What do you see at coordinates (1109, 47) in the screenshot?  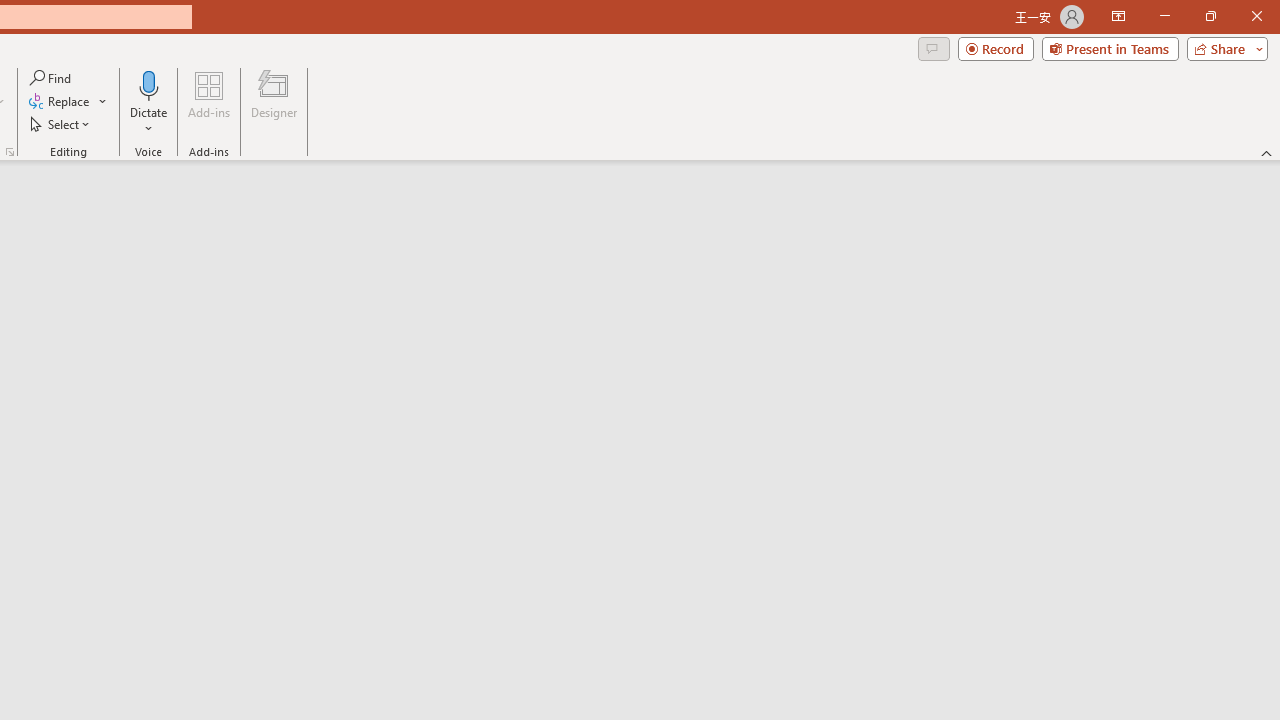 I see `'Present in Teams'` at bounding box center [1109, 47].